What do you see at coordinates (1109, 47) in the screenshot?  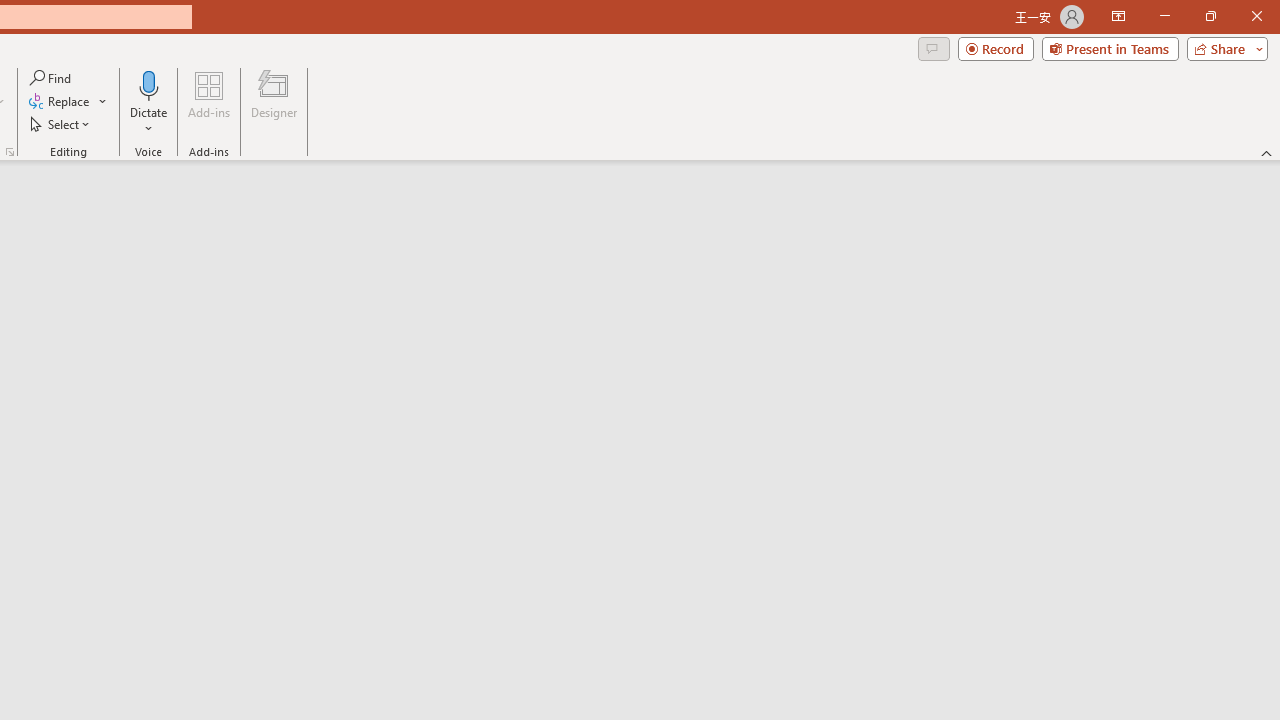 I see `'Present in Teams'` at bounding box center [1109, 47].